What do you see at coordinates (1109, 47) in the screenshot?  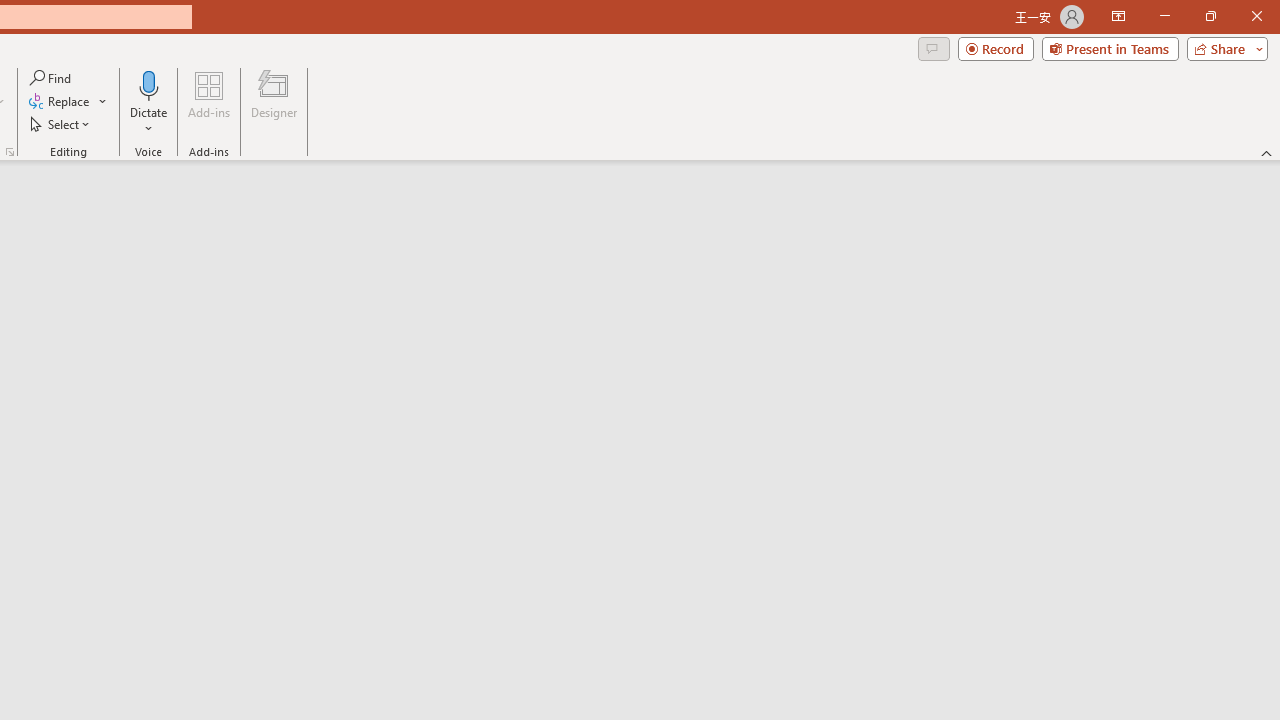 I see `'Present in Teams'` at bounding box center [1109, 47].